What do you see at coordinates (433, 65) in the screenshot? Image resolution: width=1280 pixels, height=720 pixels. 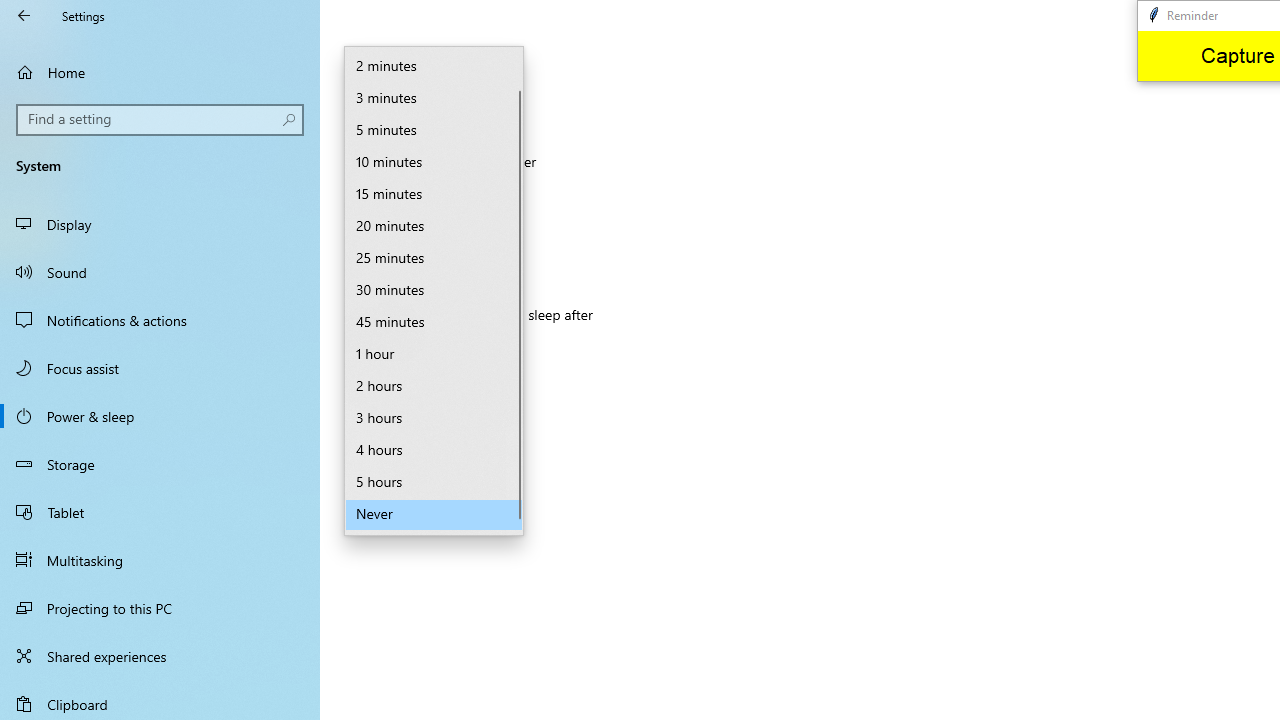 I see `'2 minutes'` at bounding box center [433, 65].